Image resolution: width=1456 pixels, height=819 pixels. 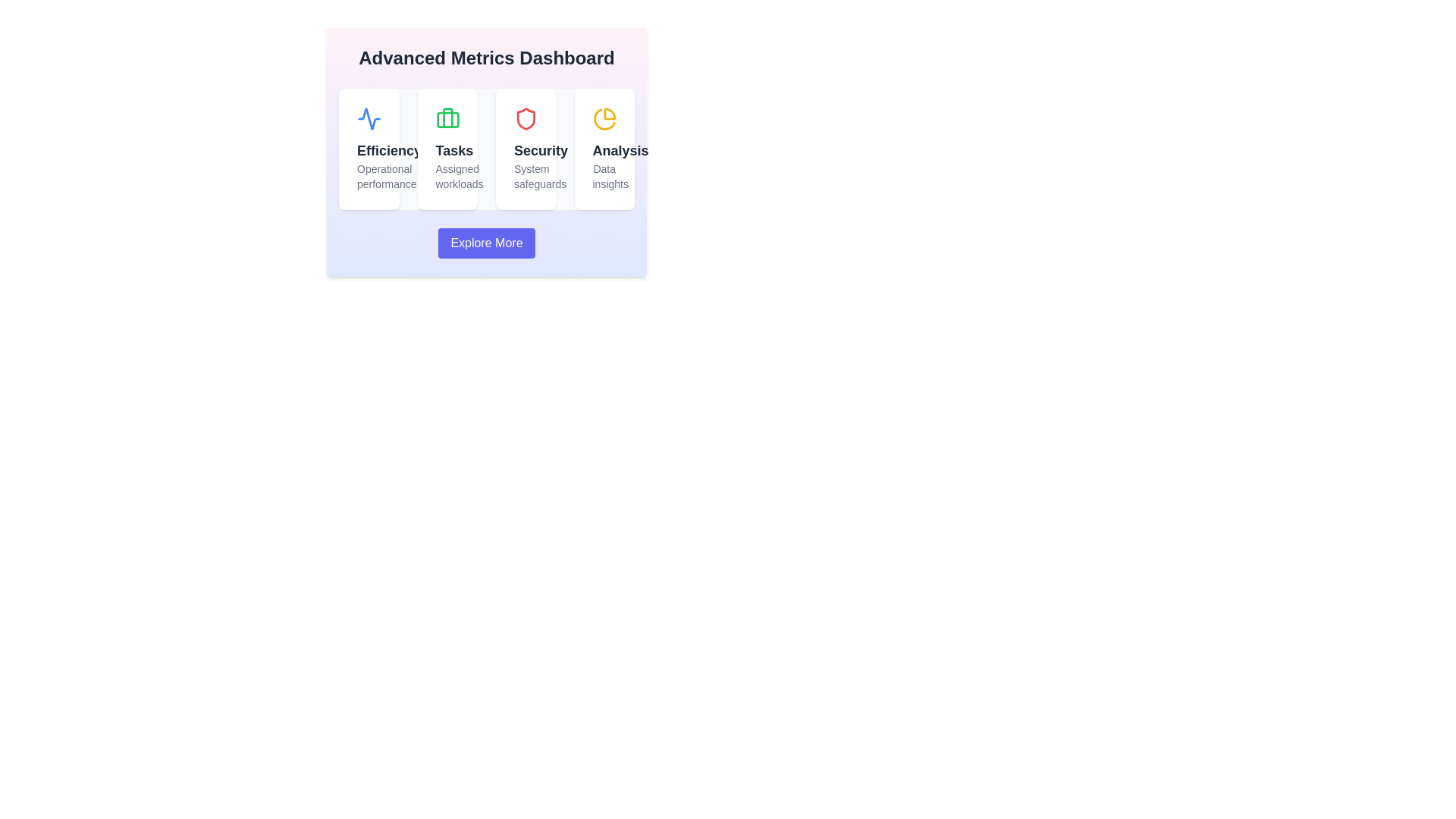 I want to click on the 'Analysis' icon located in the fourth card from the left in the second row of the dashboard, so click(x=604, y=118).